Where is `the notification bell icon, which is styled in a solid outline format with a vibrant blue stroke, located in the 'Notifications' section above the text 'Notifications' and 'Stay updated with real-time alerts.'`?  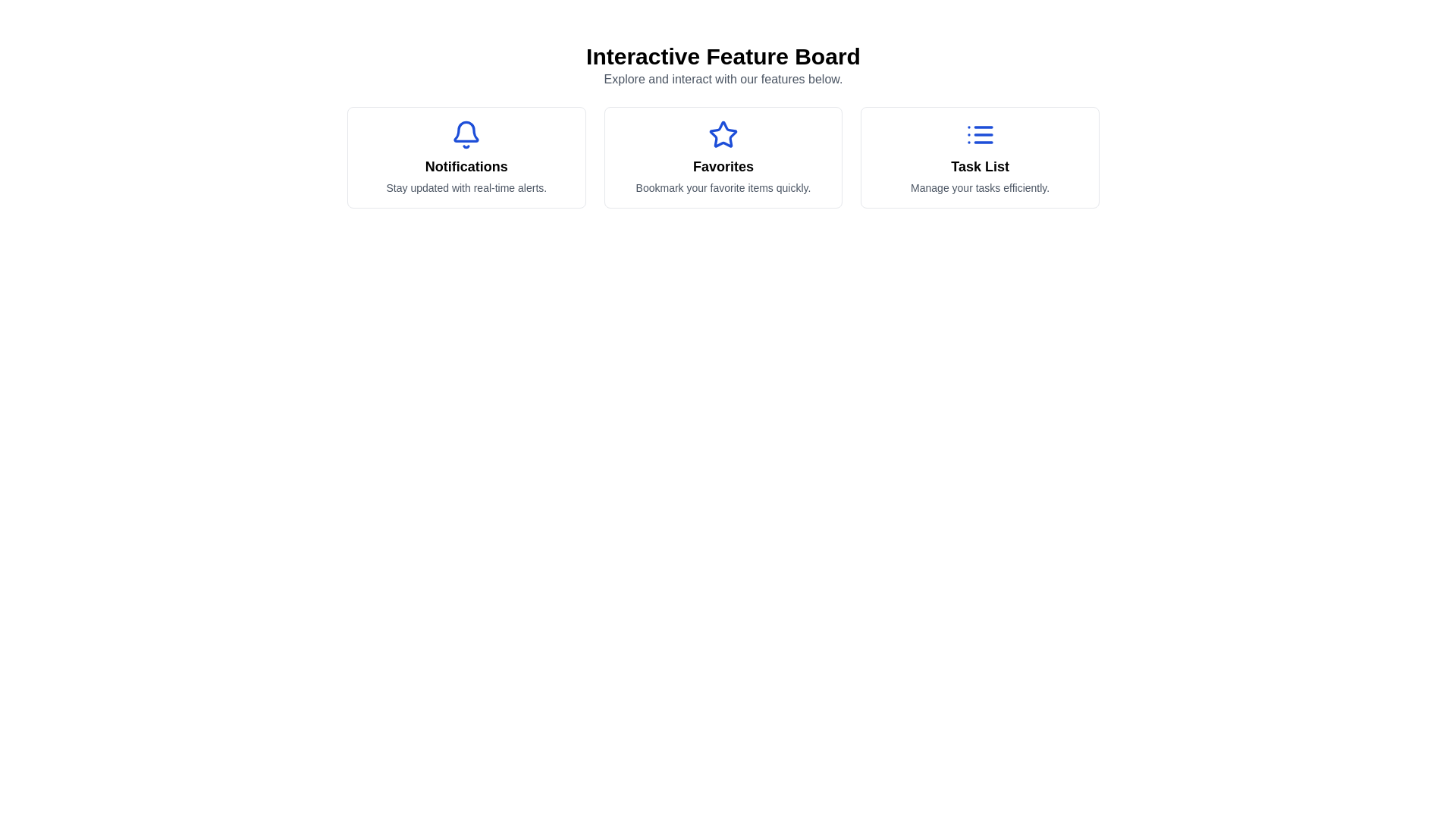
the notification bell icon, which is styled in a solid outline format with a vibrant blue stroke, located in the 'Notifications' section above the text 'Notifications' and 'Stay updated with real-time alerts.' is located at coordinates (466, 133).